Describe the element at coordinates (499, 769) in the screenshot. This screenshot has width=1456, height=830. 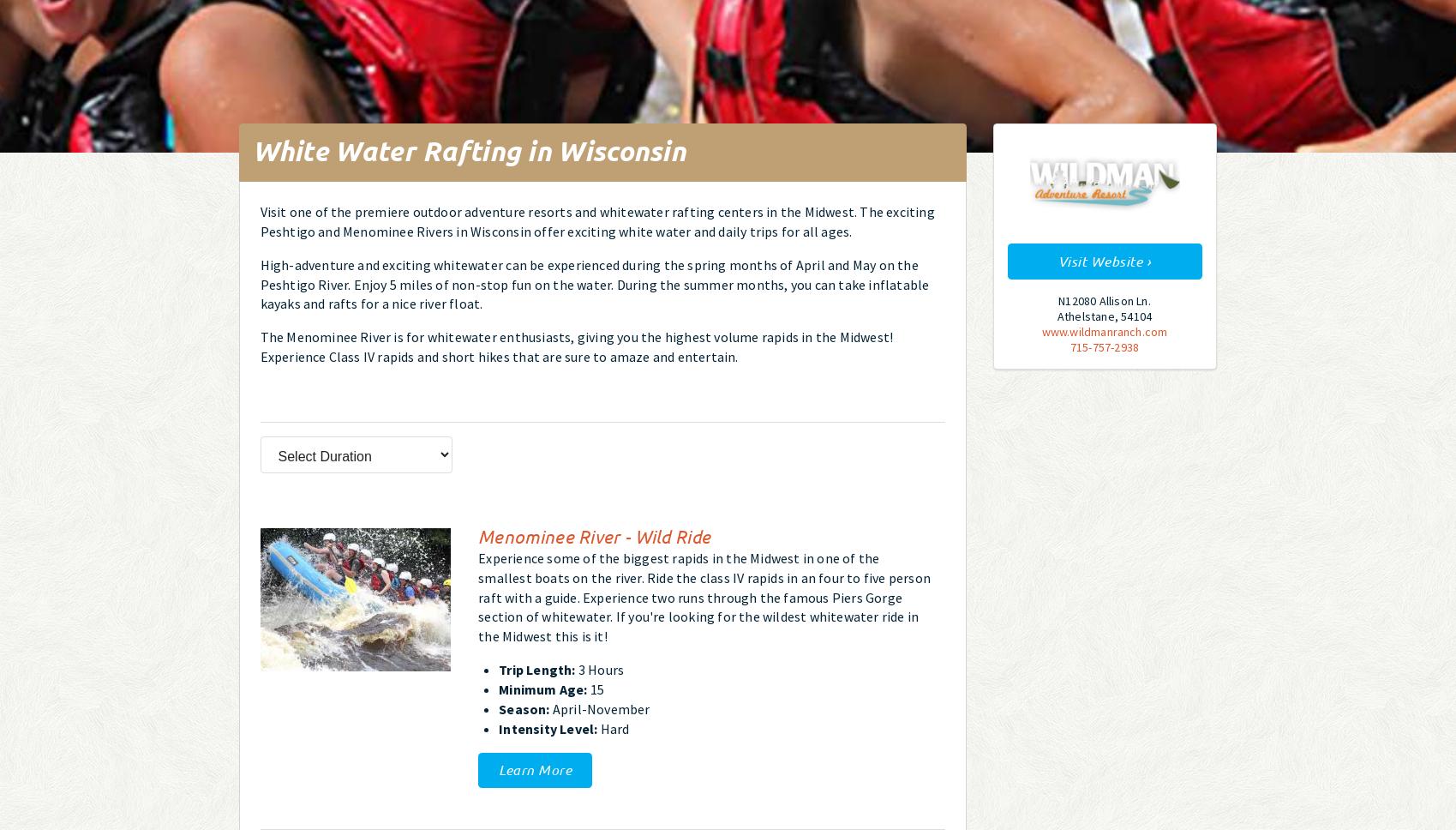
I see `'Learn More'` at that location.